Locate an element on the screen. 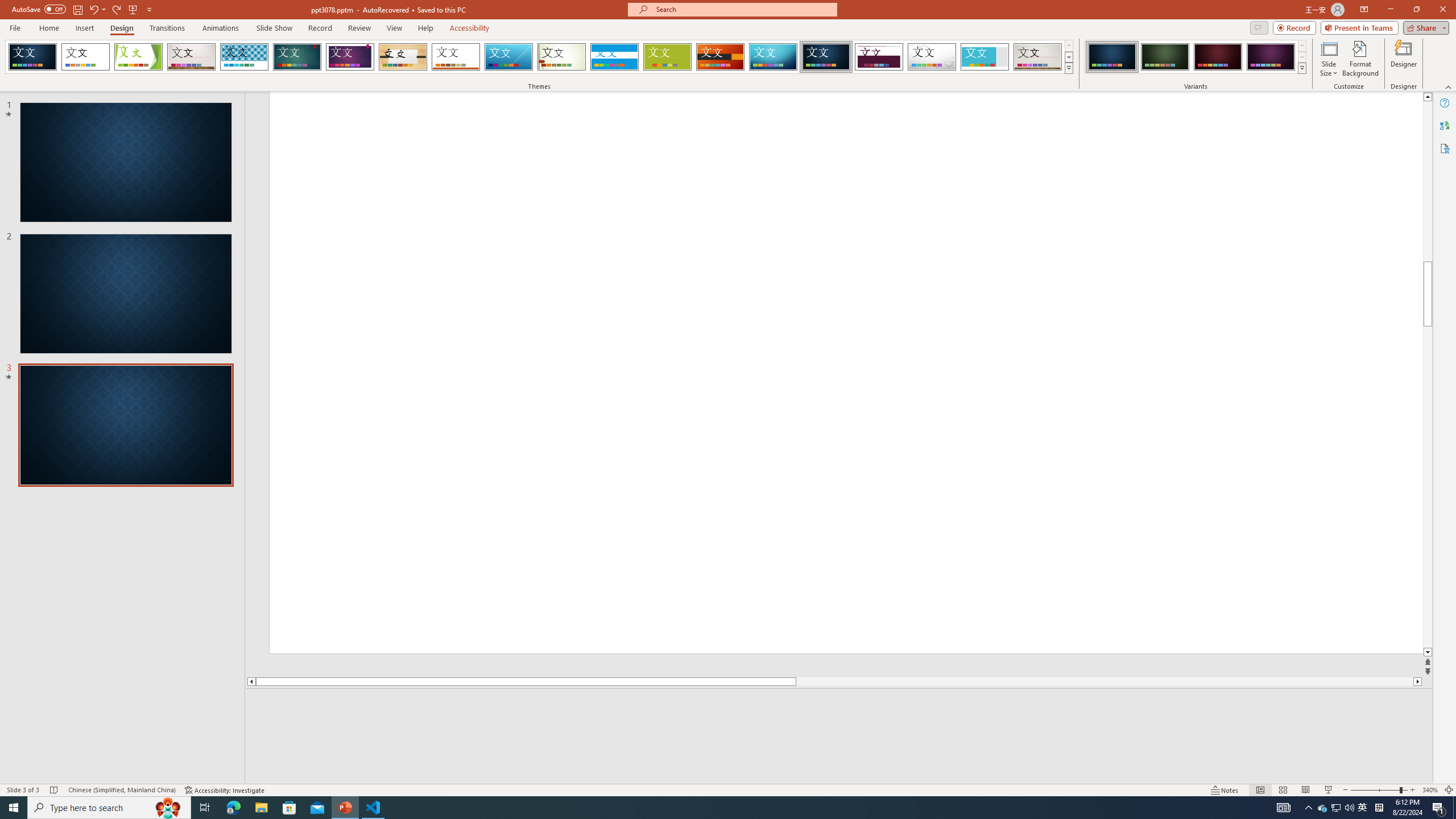 The image size is (1456, 819). 'Banded' is located at coordinates (614, 56).